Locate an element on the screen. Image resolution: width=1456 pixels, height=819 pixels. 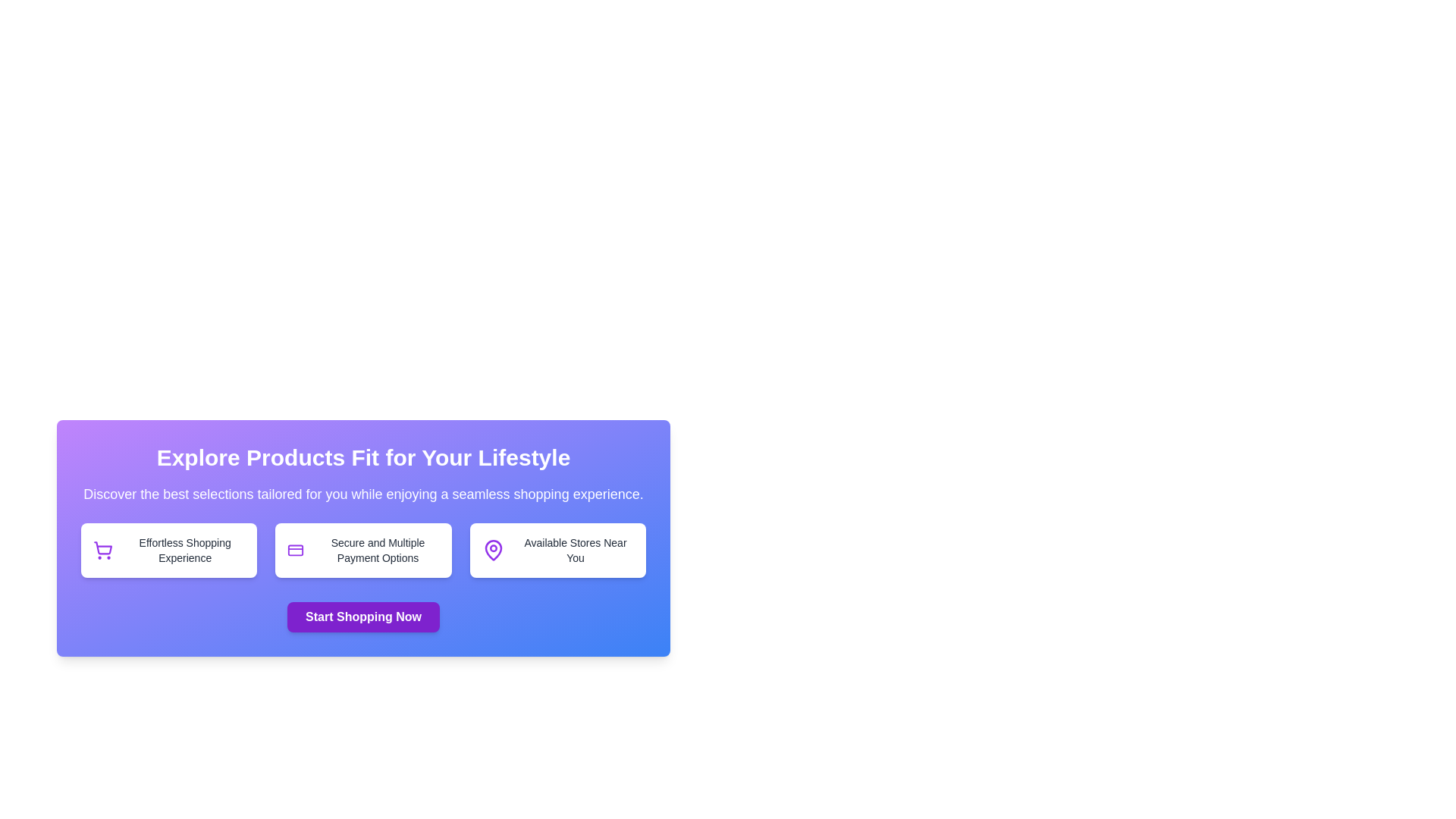
the shopping button located at the bottom center of the introductory block is located at coordinates (362, 617).